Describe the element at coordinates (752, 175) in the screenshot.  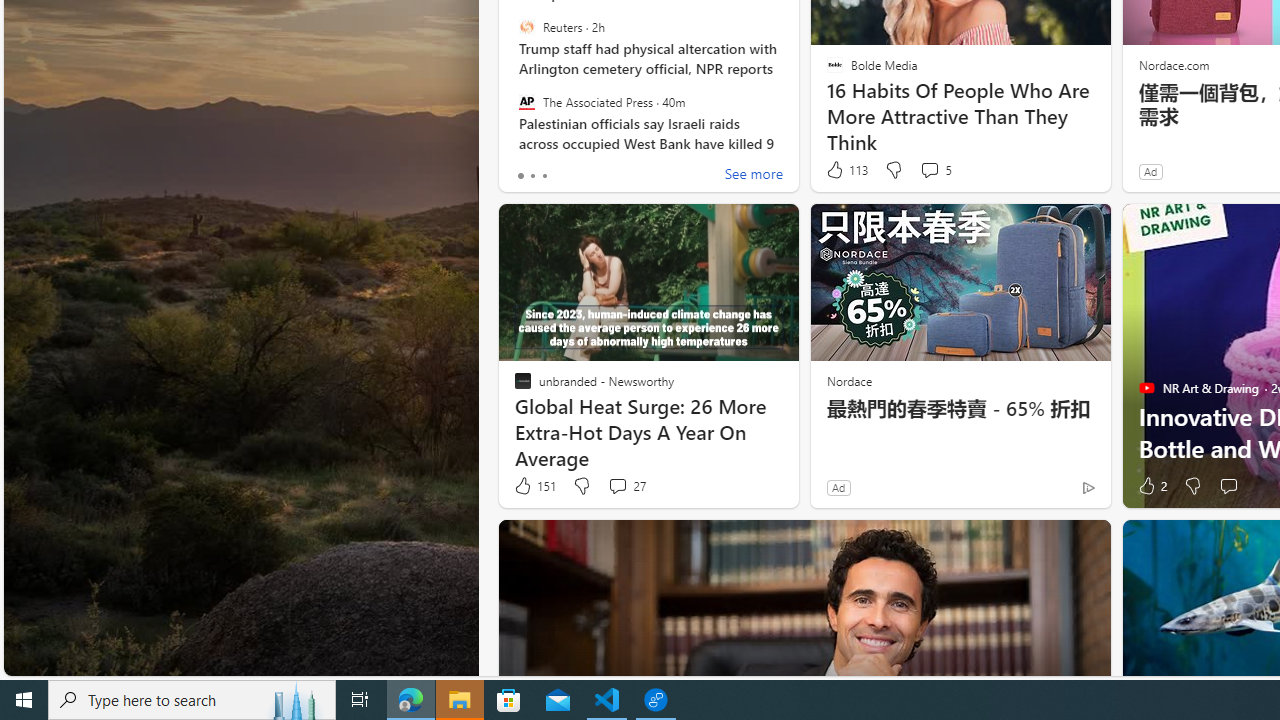
I see `'See more'` at that location.